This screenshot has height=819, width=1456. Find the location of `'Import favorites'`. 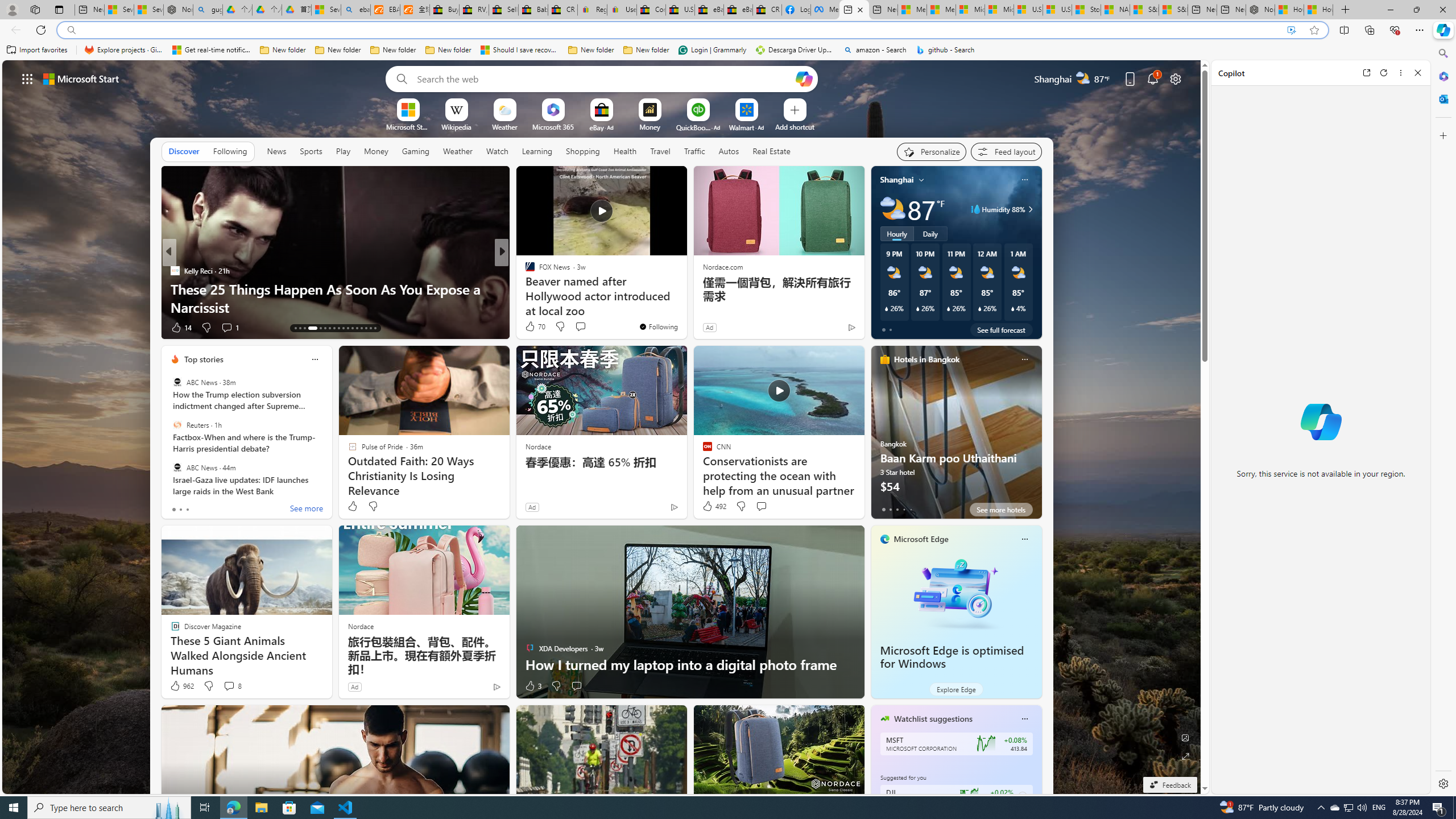

'Import favorites' is located at coordinates (37, 49).